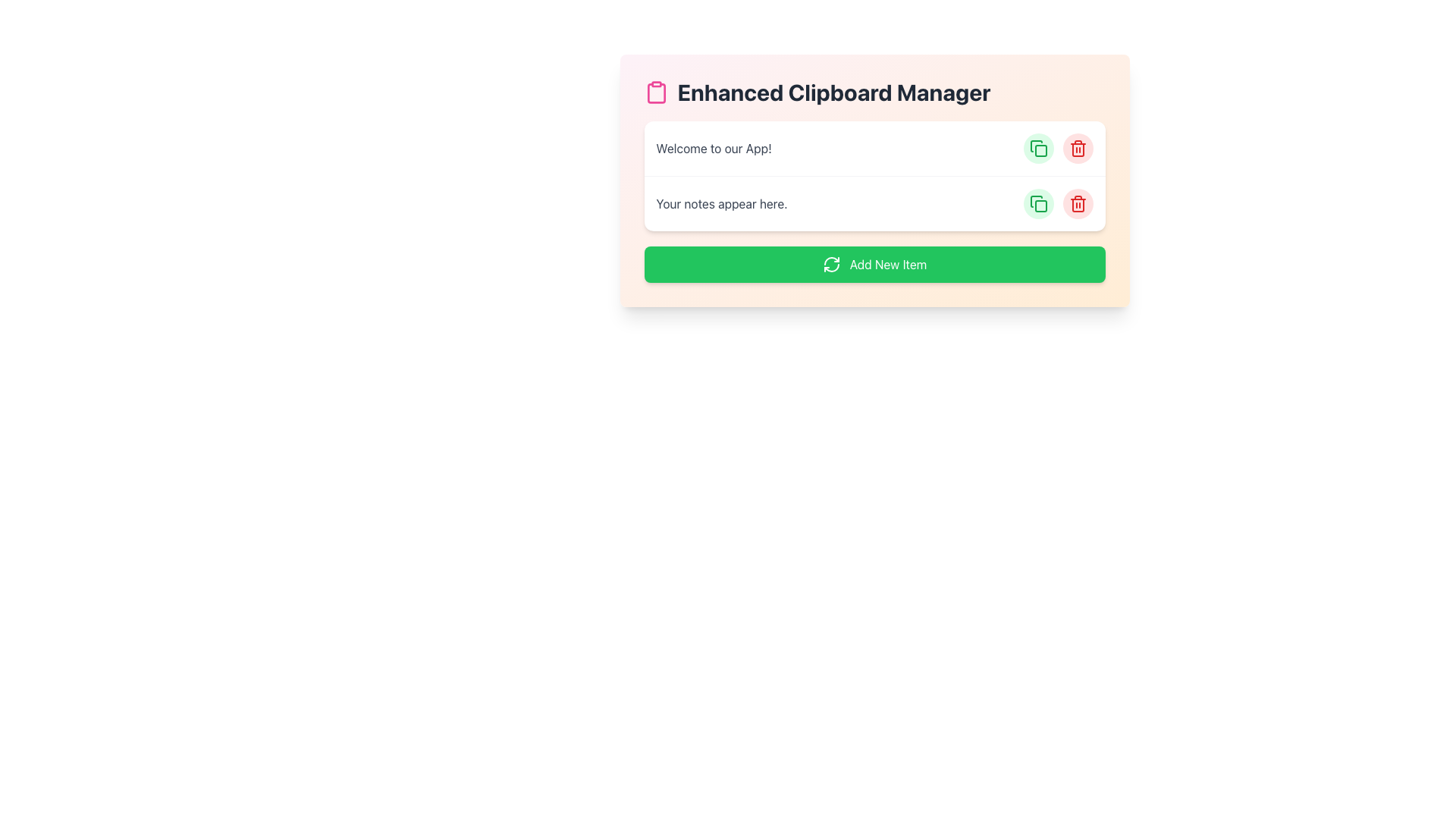  Describe the element at coordinates (1037, 149) in the screenshot. I see `the first button in the horizontal arrangement, which is likely for copying or duplicating content` at that location.